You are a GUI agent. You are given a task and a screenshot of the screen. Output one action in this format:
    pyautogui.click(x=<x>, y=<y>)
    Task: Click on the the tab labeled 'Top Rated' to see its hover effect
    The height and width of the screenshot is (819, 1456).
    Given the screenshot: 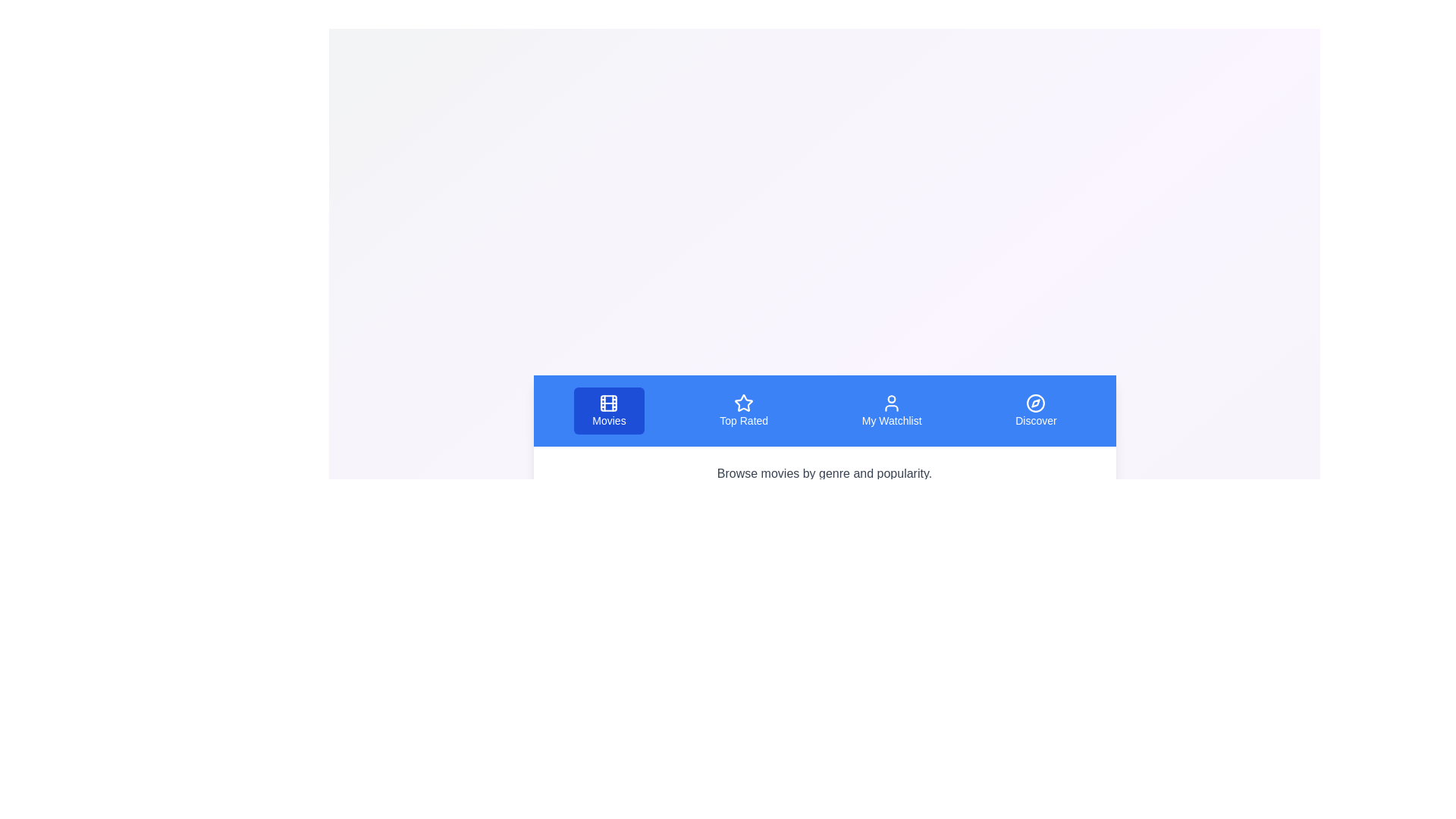 What is the action you would take?
    pyautogui.click(x=743, y=411)
    